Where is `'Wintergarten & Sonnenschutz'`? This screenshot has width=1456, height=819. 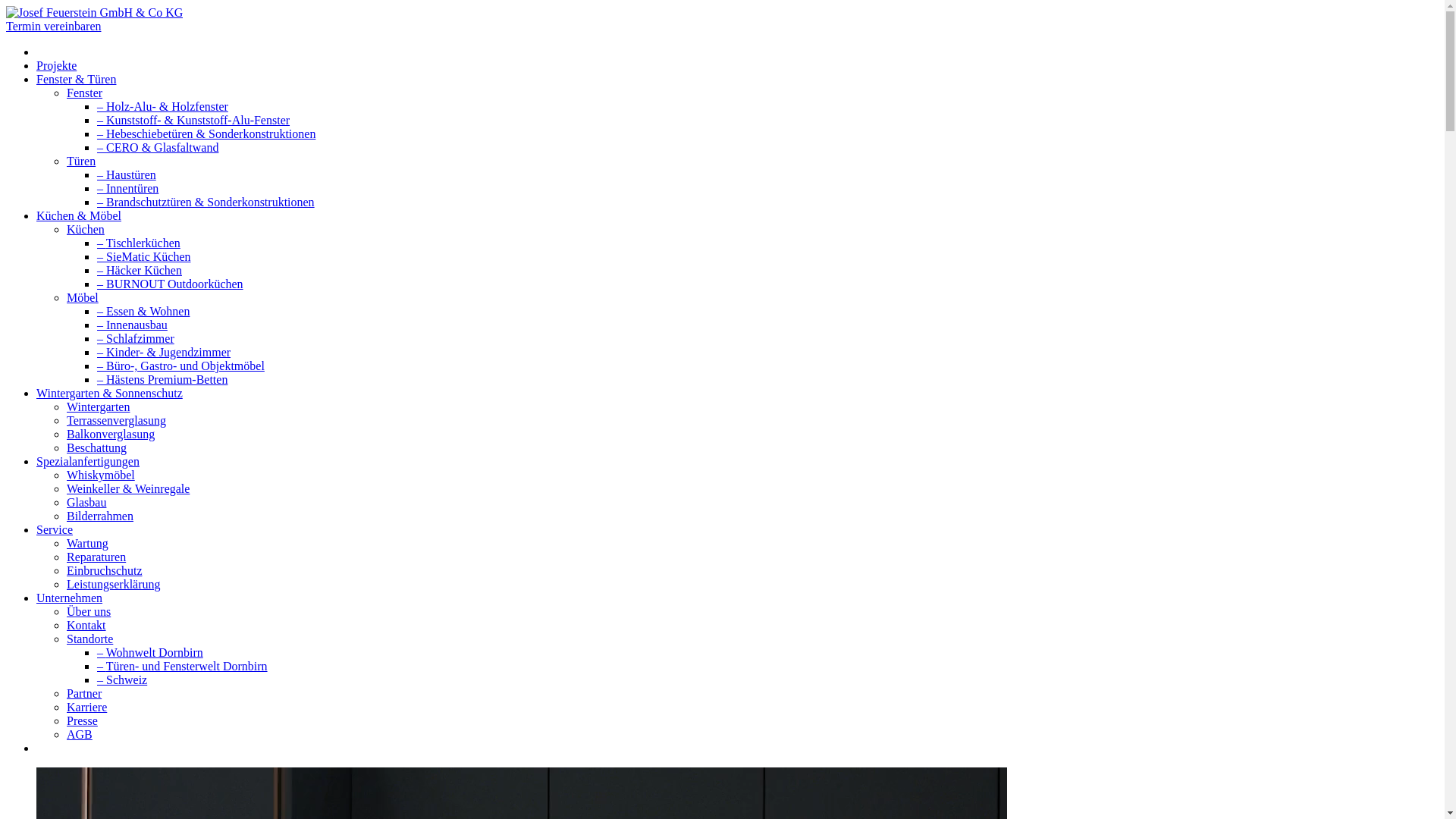
'Wintergarten & Sonnenschutz' is located at coordinates (108, 392).